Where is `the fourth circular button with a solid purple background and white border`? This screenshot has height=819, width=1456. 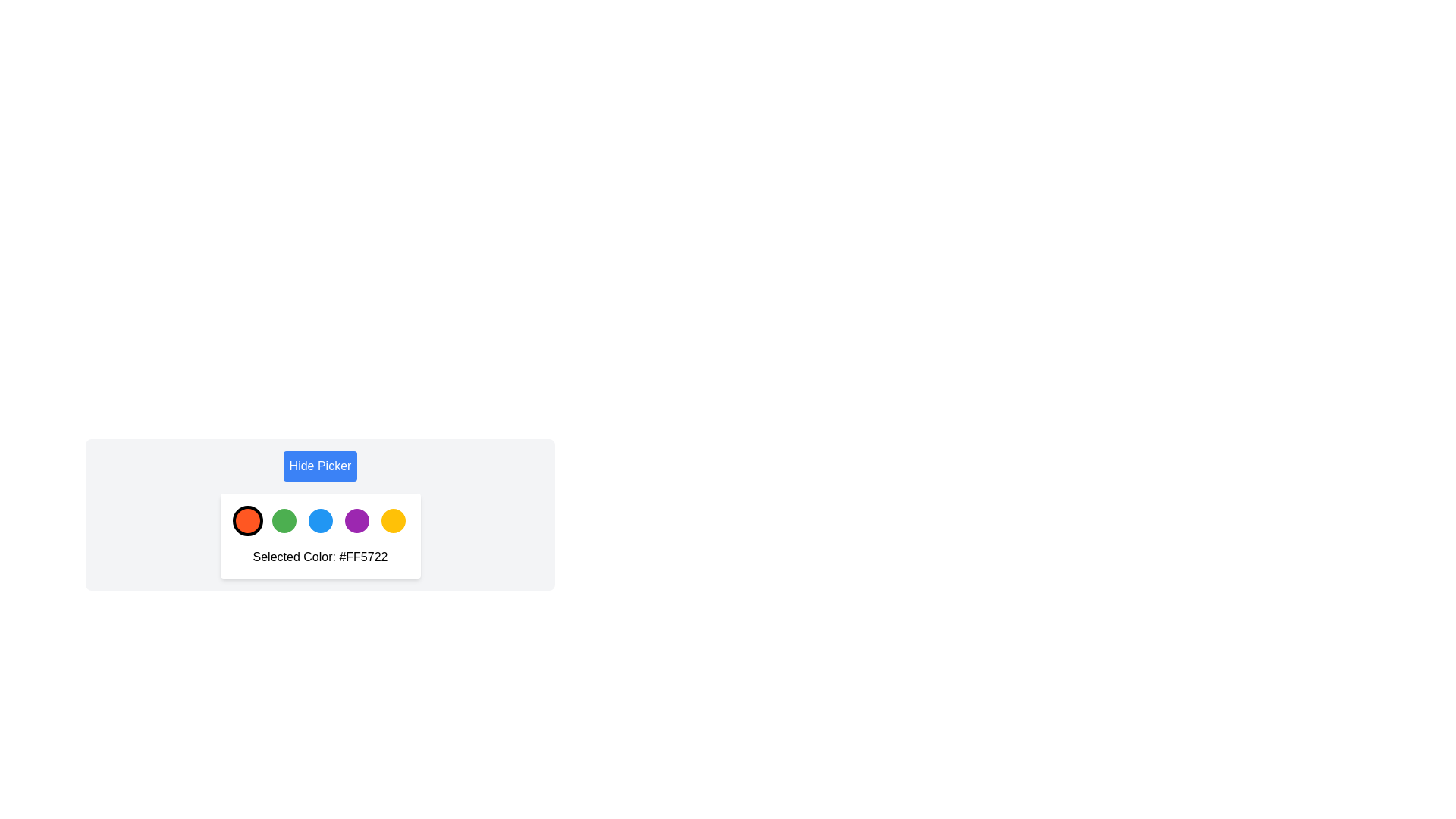 the fourth circular button with a solid purple background and white border is located at coordinates (356, 519).